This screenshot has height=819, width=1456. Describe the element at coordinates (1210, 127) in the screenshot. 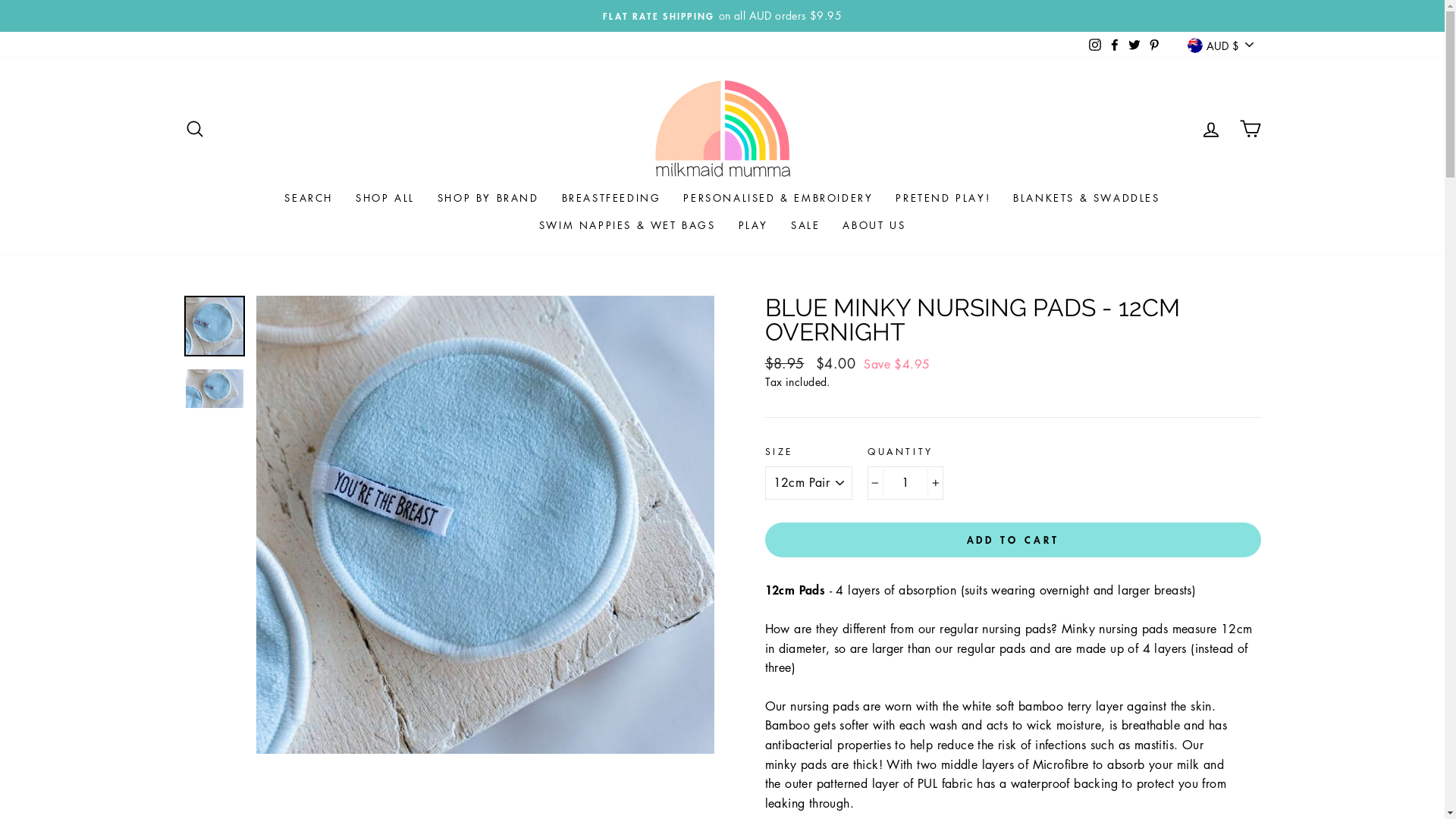

I see `'LOG IN'` at that location.